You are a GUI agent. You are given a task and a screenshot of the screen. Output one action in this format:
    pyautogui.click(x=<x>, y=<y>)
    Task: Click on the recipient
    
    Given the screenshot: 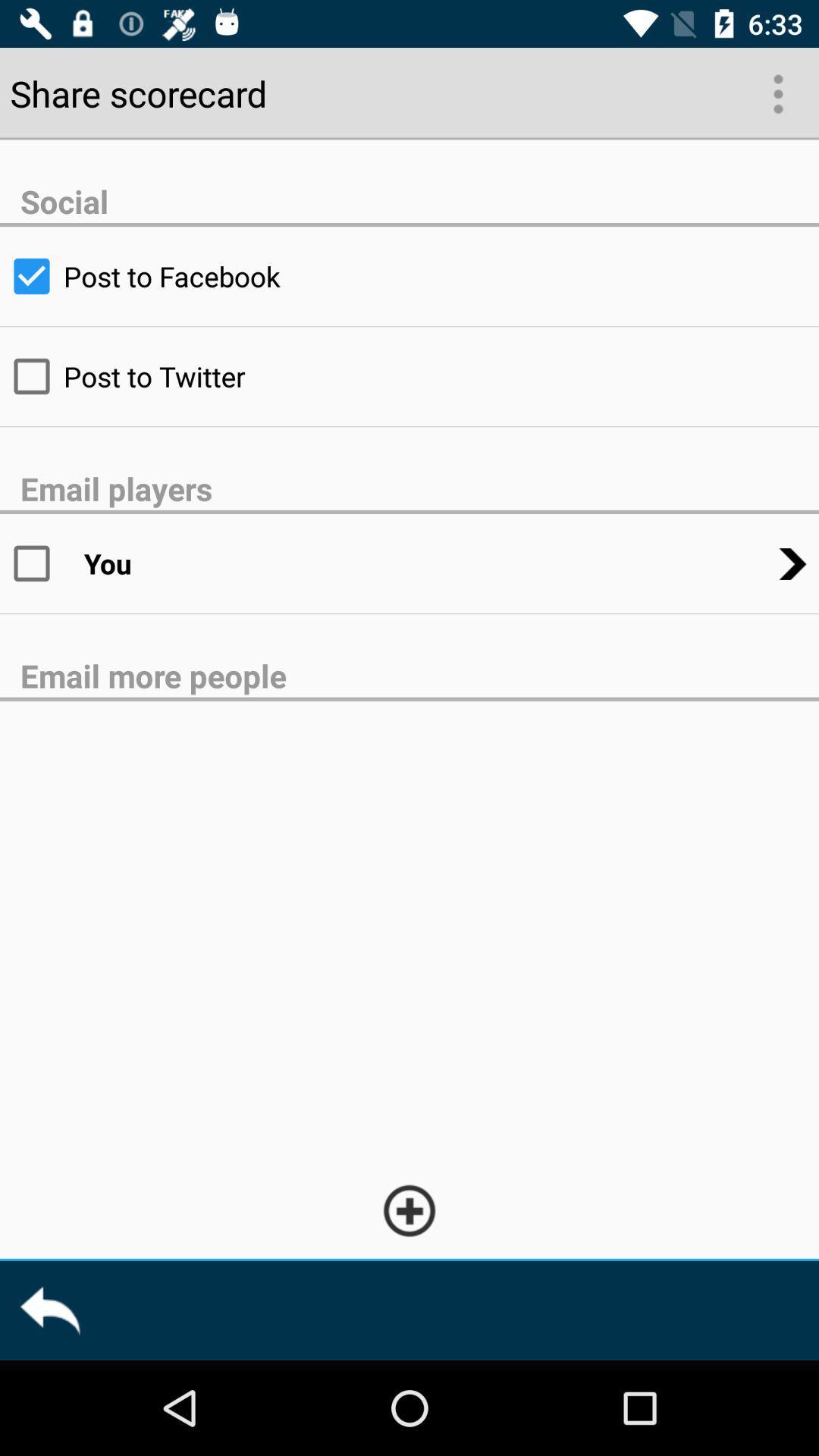 What is the action you would take?
    pyautogui.click(x=409, y=1210)
    